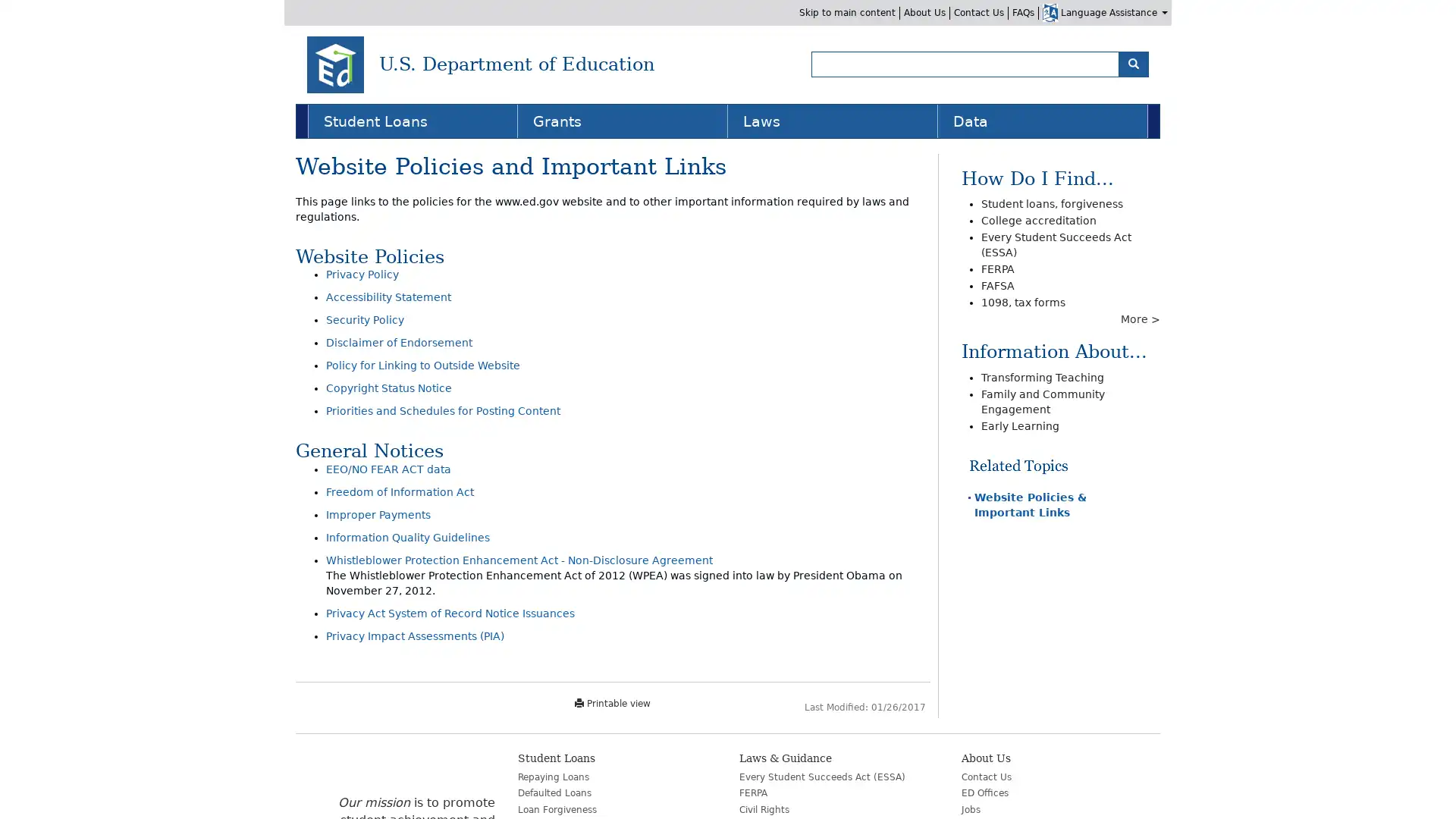 This screenshot has width=1456, height=819. Describe the element at coordinates (1133, 63) in the screenshot. I see `Search` at that location.